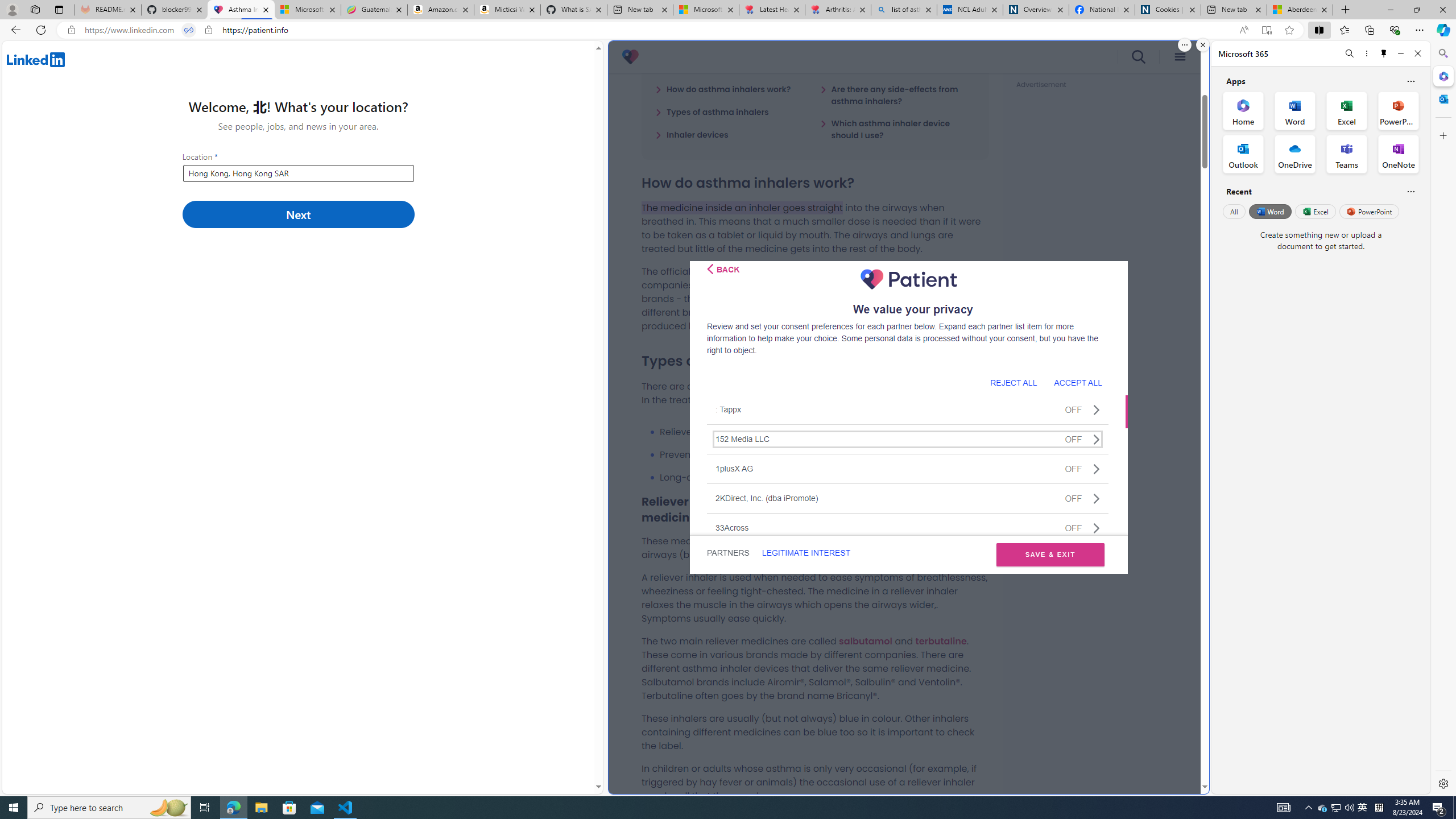  Describe the element at coordinates (1233, 211) in the screenshot. I see `'All'` at that location.